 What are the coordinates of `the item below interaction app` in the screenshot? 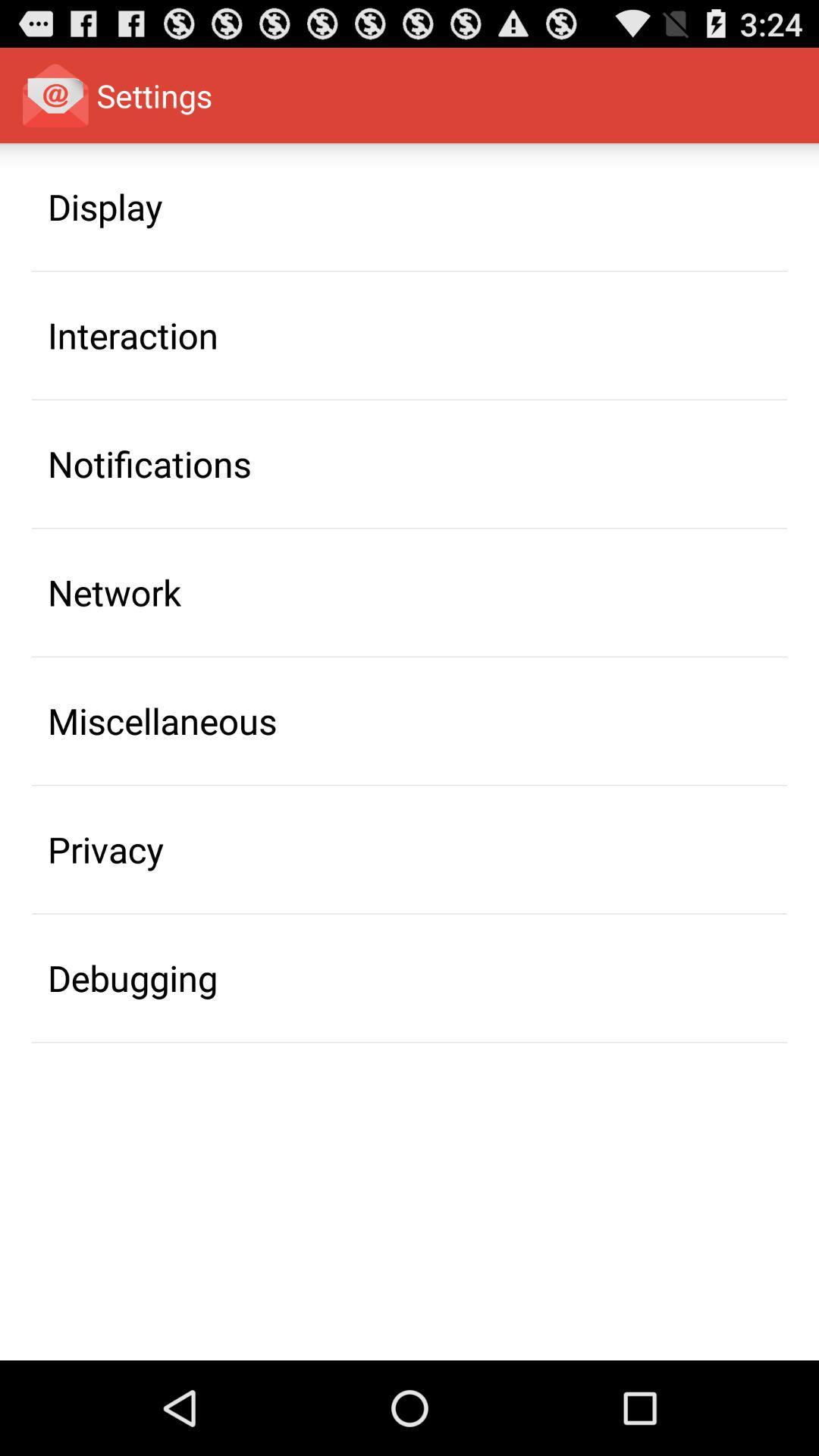 It's located at (149, 463).